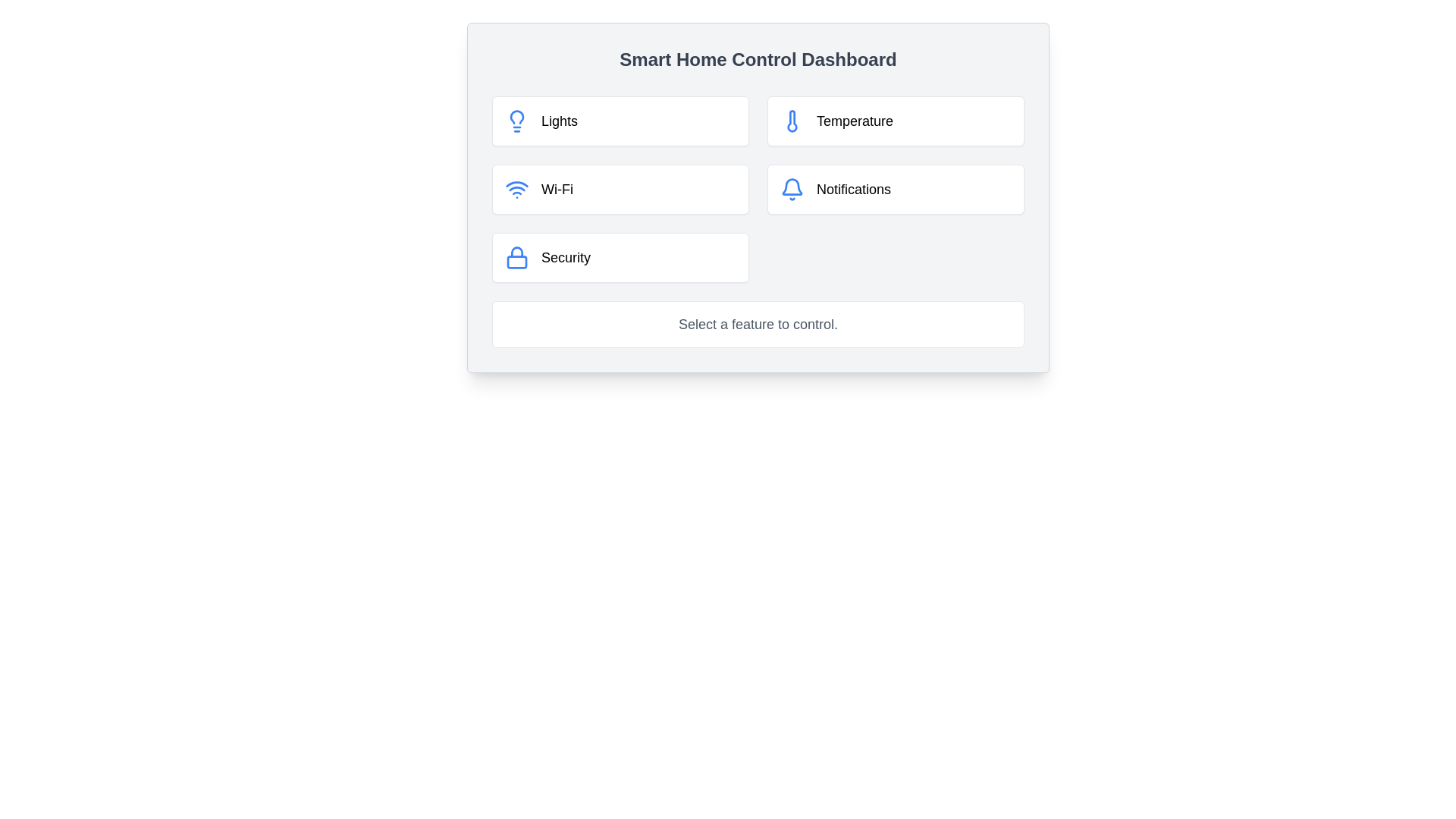  What do you see at coordinates (855, 120) in the screenshot?
I see `the 'Temperature' text label, which is styled in a large, bold font and positioned on a bright white background in the top-right section of the dashboard` at bounding box center [855, 120].